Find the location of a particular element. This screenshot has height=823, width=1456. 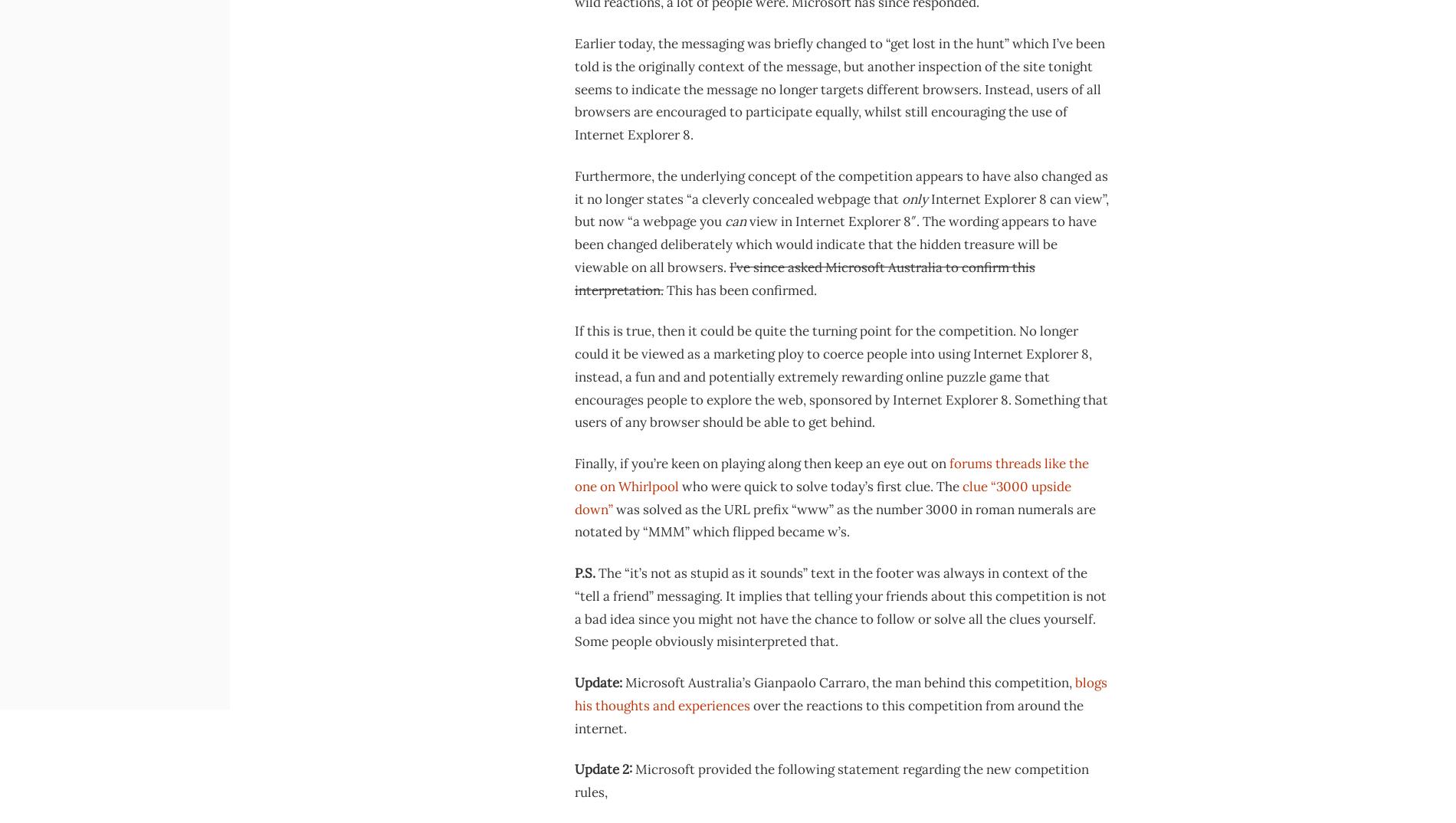

'Finally, if you’re keen on playing along then keep an eye out on' is located at coordinates (762, 463).